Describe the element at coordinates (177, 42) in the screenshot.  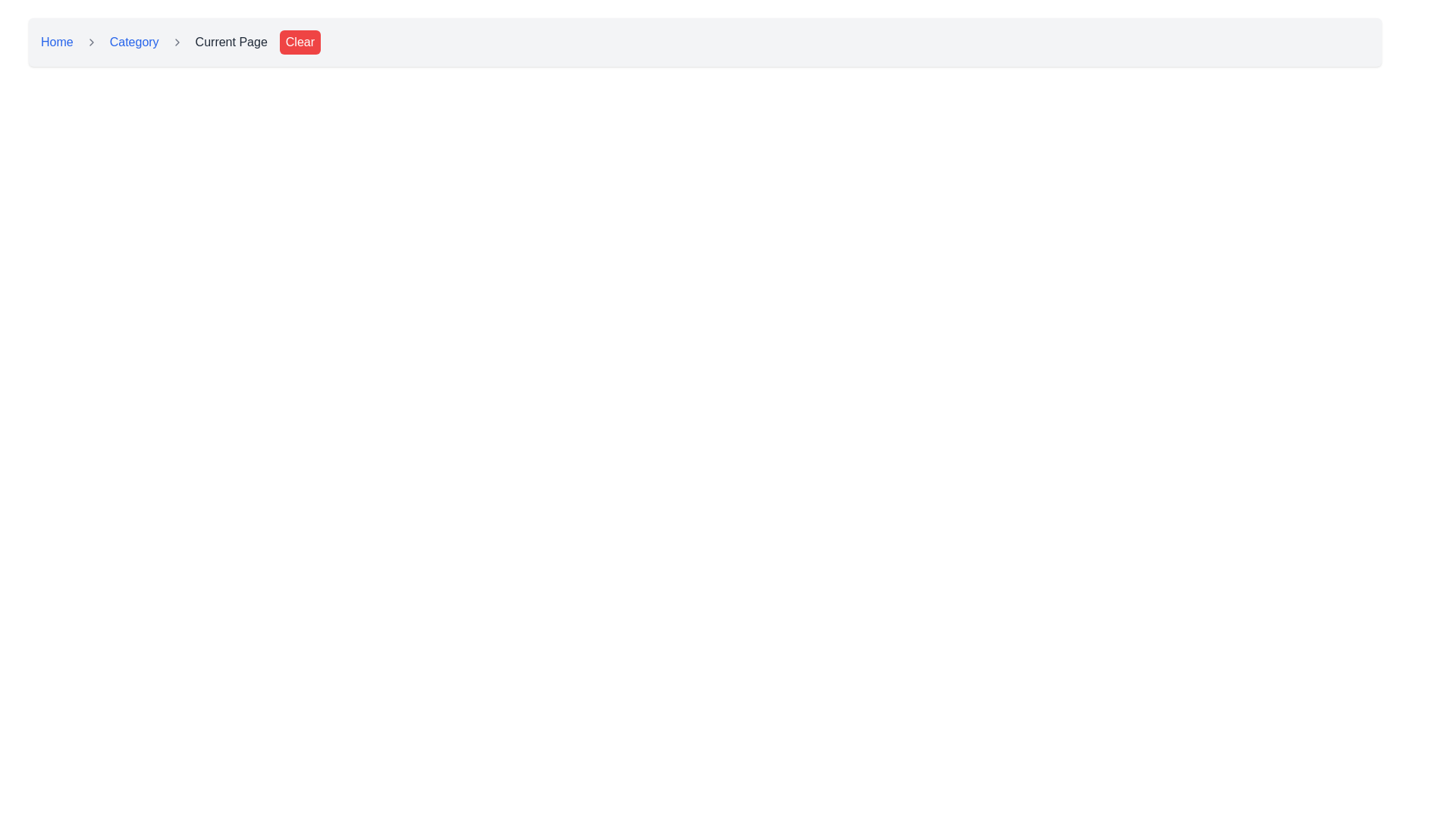
I see `the right-pointing chevron icon located in the breadcrumb navigation between the 'Category' and 'Current Page' labels` at that location.